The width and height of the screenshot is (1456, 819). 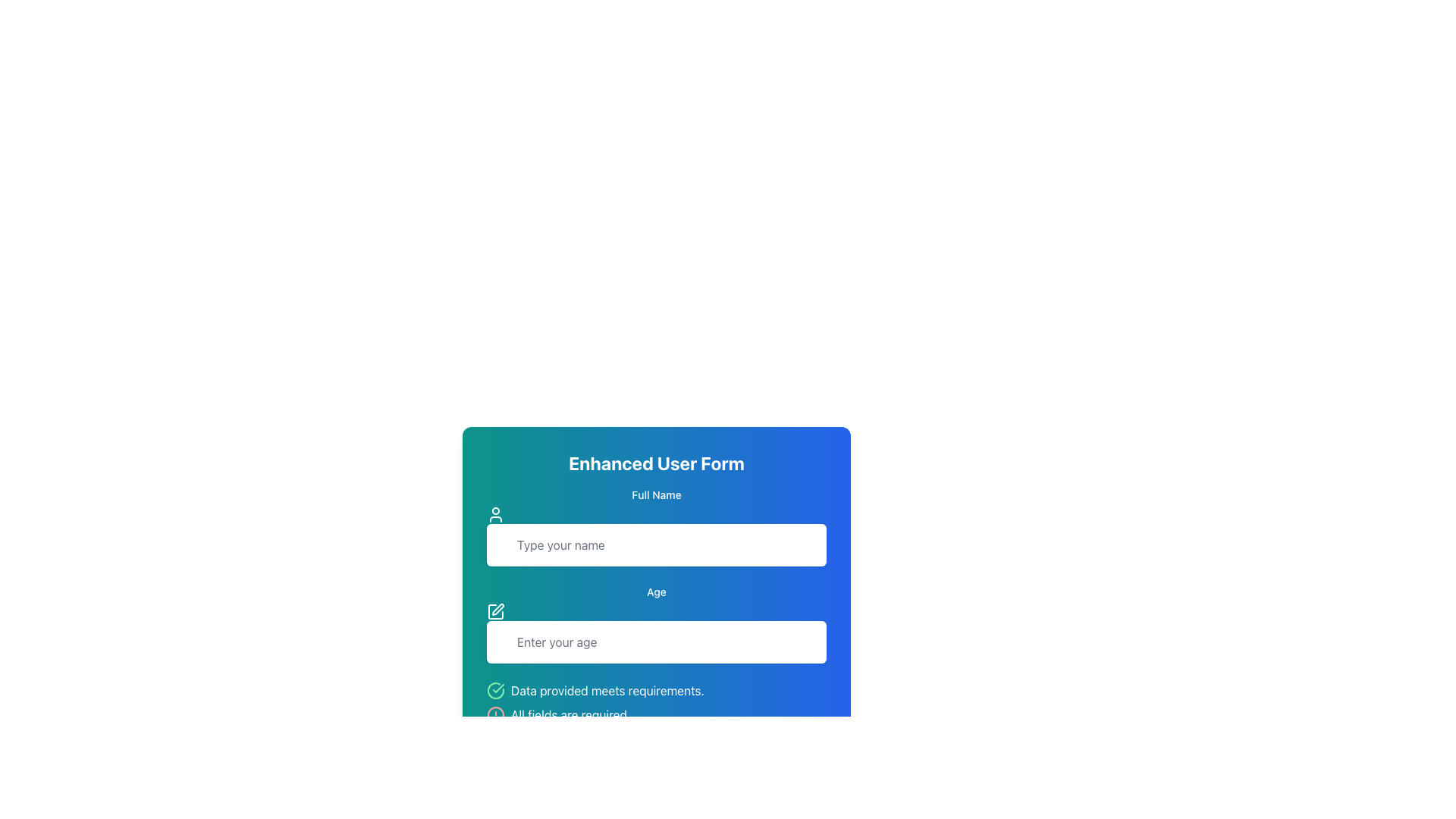 What do you see at coordinates (656, 494) in the screenshot?
I see `the text label displaying 'Full Name', which is styled with a small font size and medium weight, positioned under the title 'Enhanced User Form' in a vertically-centered layout` at bounding box center [656, 494].